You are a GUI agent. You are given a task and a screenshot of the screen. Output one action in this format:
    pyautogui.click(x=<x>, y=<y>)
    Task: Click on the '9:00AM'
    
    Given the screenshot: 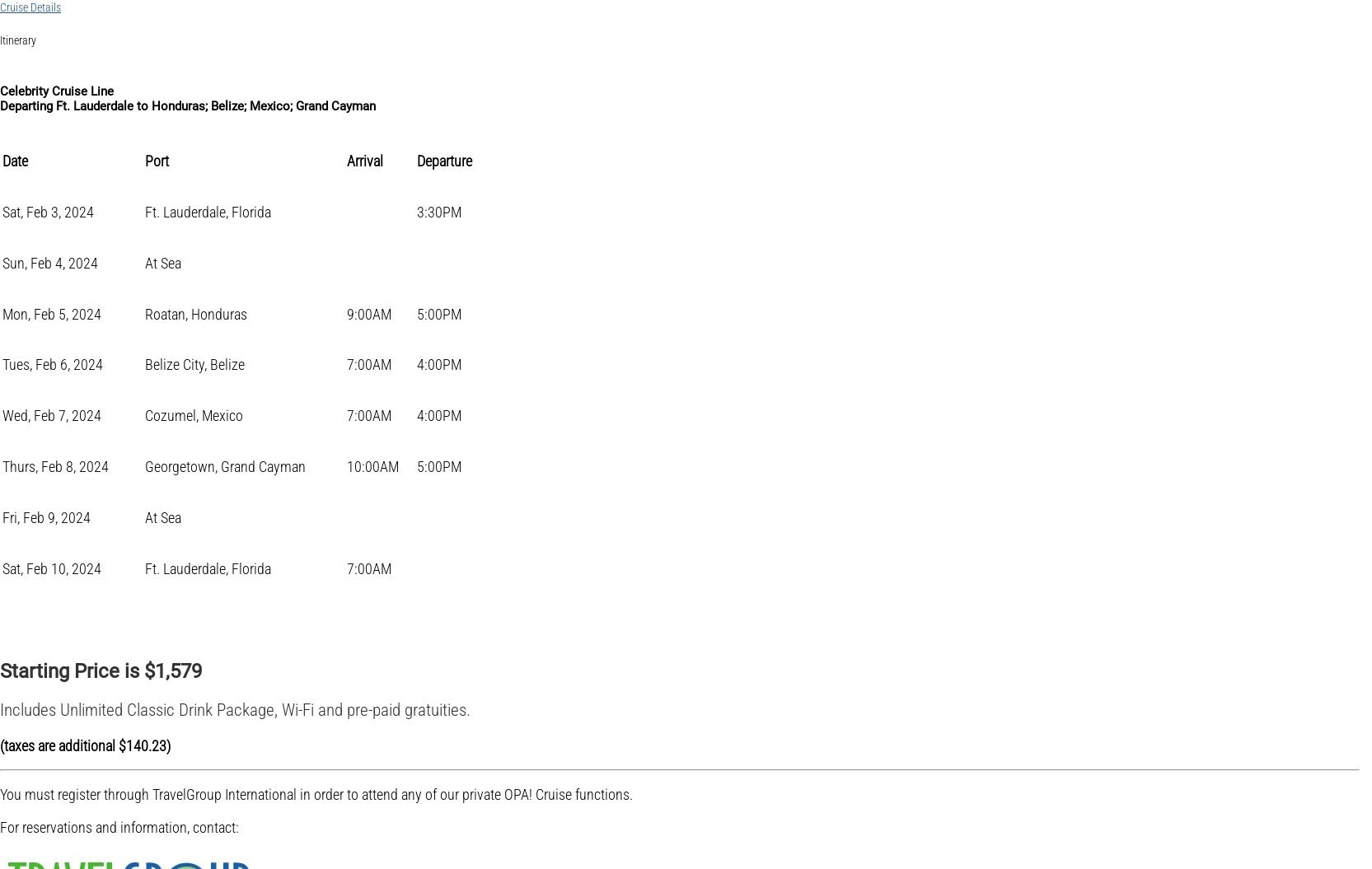 What is the action you would take?
    pyautogui.click(x=346, y=313)
    